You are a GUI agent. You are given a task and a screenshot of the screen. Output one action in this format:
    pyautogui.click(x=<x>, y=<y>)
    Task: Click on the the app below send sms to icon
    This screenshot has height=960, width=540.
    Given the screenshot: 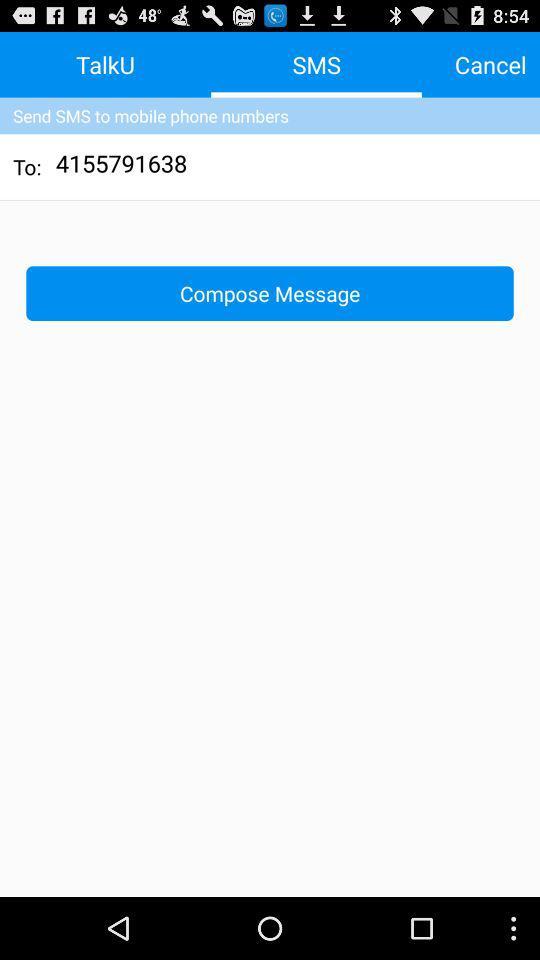 What is the action you would take?
    pyautogui.click(x=122, y=165)
    